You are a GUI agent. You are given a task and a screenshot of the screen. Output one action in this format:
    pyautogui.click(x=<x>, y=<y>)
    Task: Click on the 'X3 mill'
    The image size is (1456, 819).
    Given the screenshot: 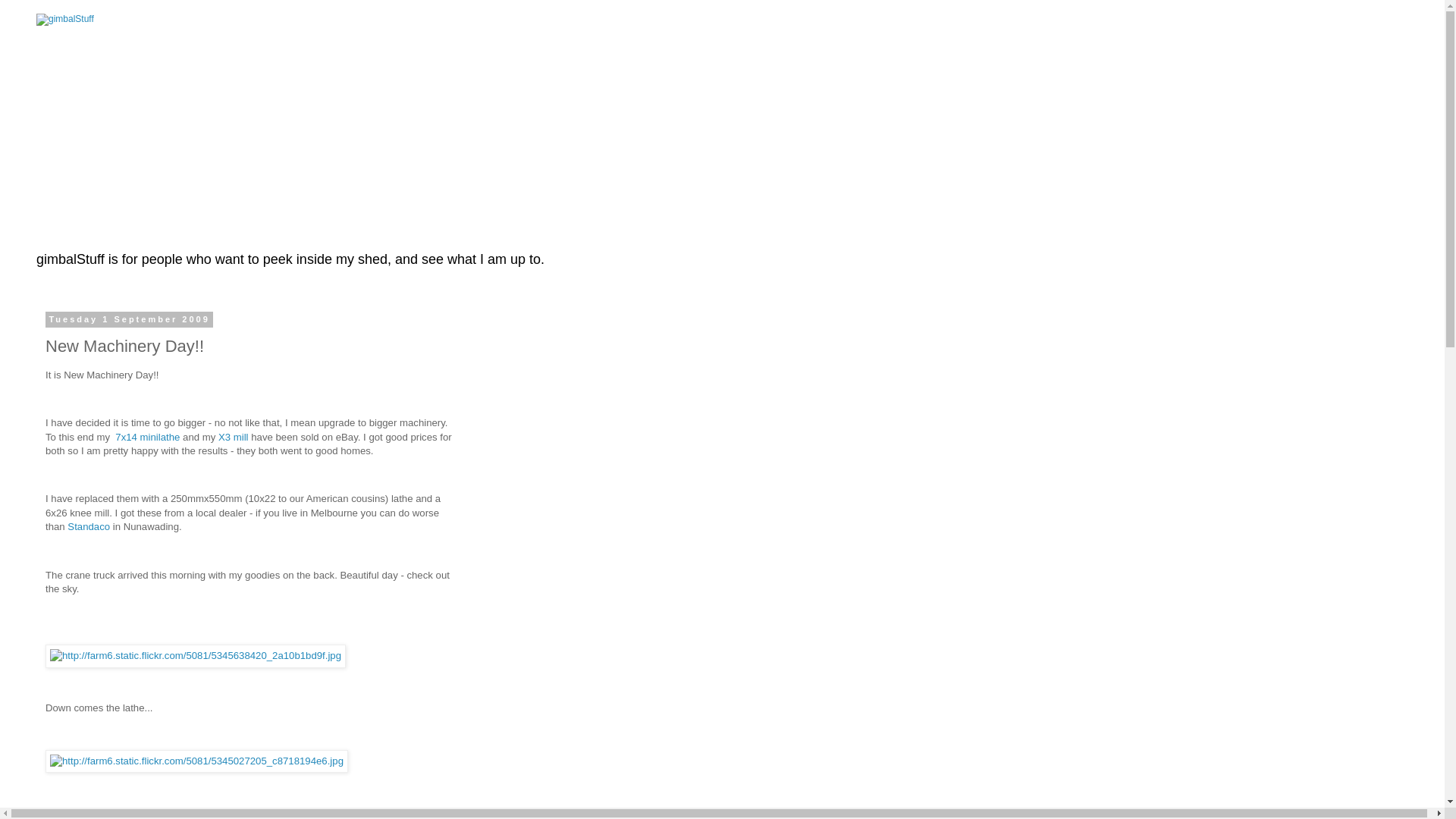 What is the action you would take?
    pyautogui.click(x=232, y=437)
    